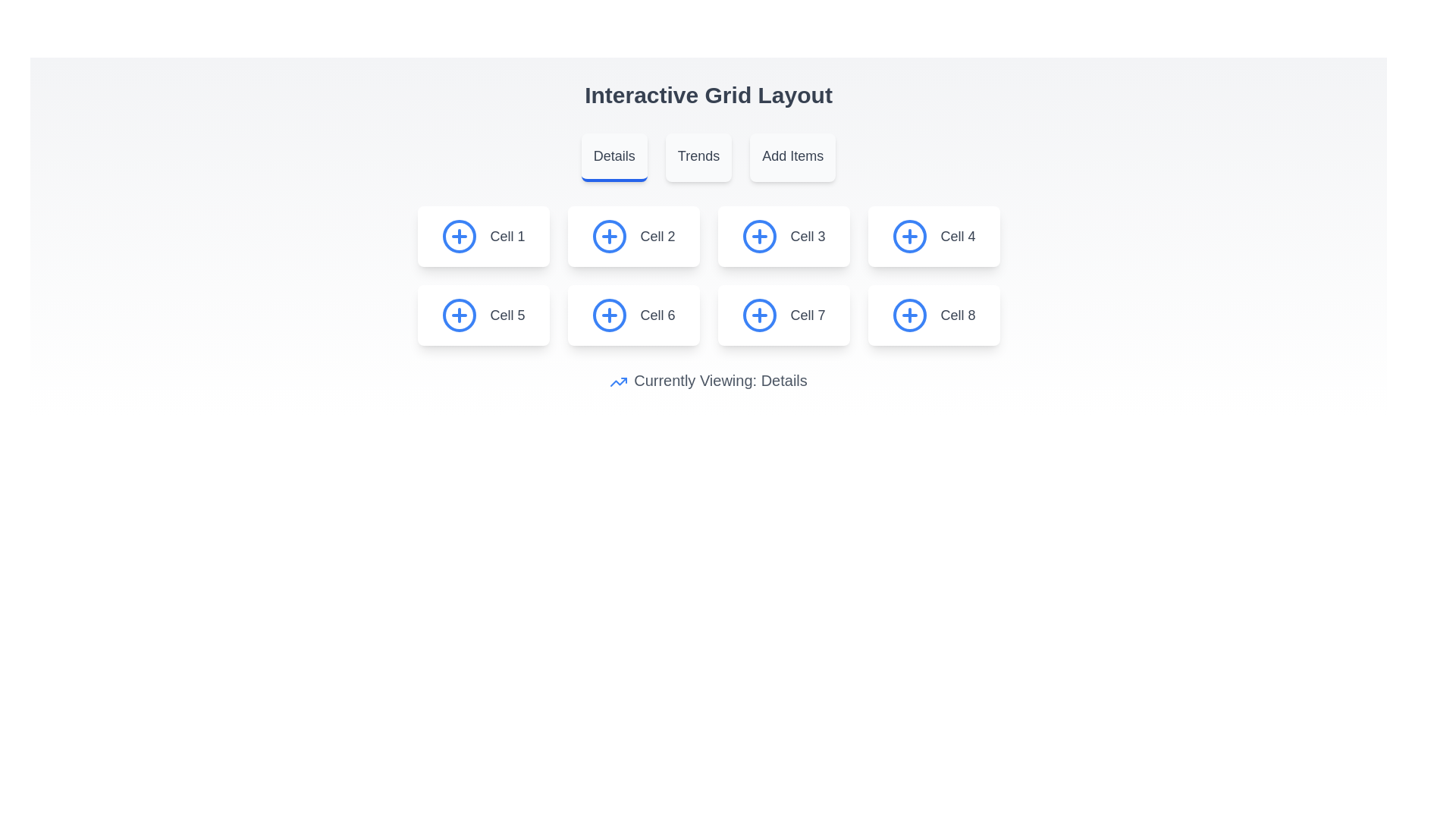 The width and height of the screenshot is (1456, 819). What do you see at coordinates (760, 315) in the screenshot?
I see `the circular '+' button with a blue border located in 'Cell 7' of the grid under 'Interactive Grid Layout'` at bounding box center [760, 315].